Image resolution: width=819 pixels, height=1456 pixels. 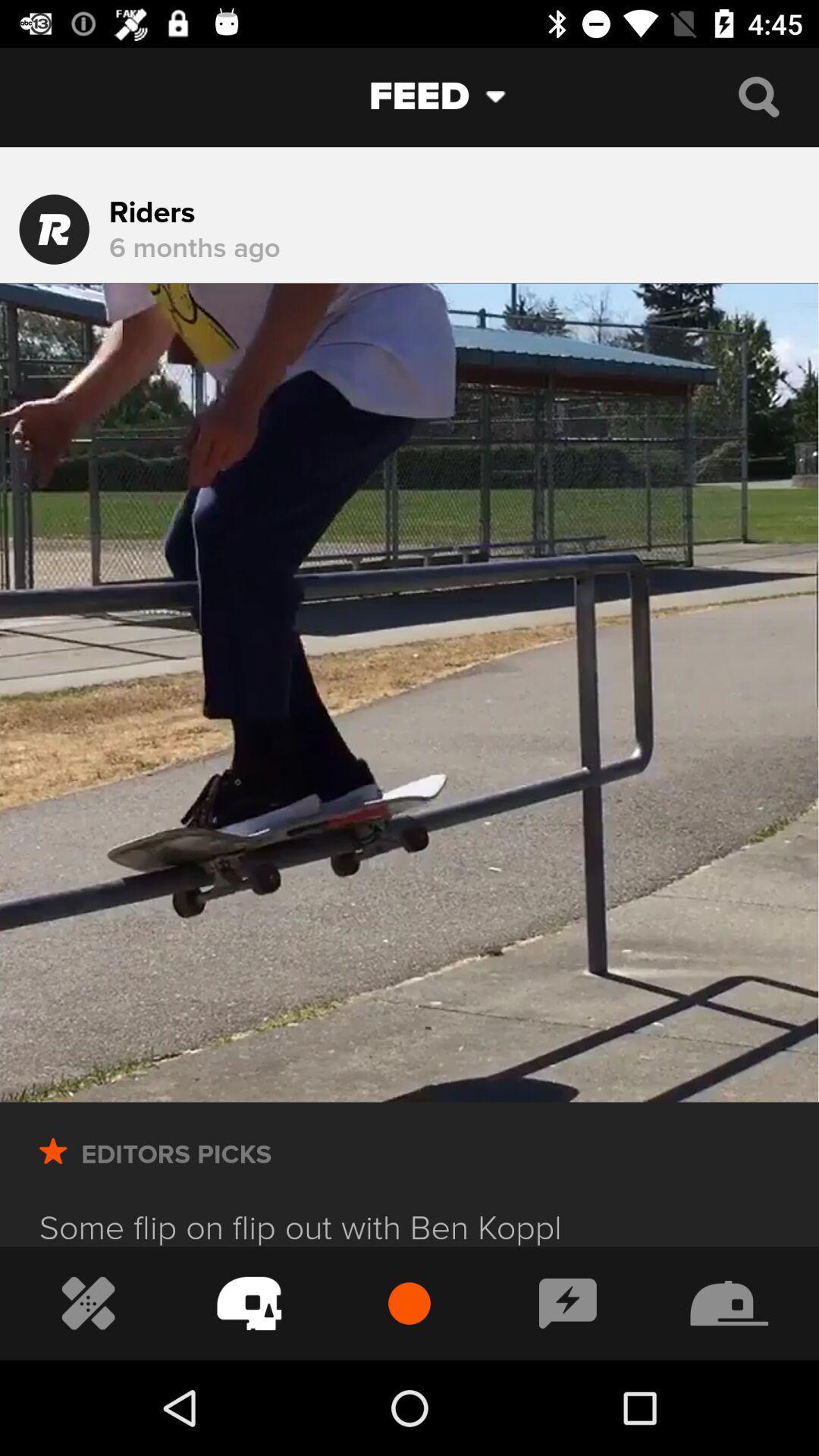 What do you see at coordinates (507, 96) in the screenshot?
I see `the expand_more icon` at bounding box center [507, 96].